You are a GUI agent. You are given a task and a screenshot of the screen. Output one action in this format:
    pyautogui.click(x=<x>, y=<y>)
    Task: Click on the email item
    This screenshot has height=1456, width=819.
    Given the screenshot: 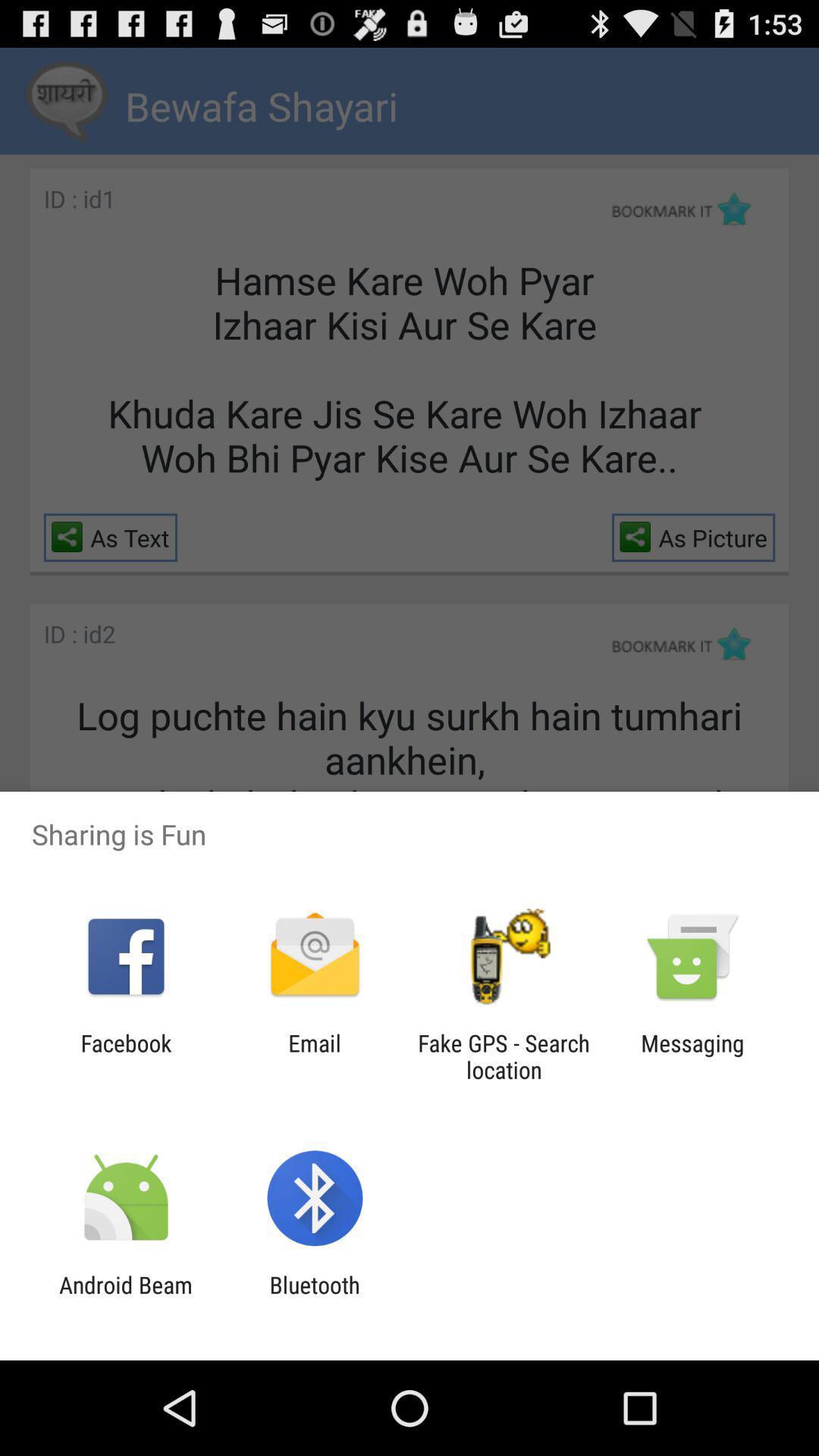 What is the action you would take?
    pyautogui.click(x=314, y=1056)
    